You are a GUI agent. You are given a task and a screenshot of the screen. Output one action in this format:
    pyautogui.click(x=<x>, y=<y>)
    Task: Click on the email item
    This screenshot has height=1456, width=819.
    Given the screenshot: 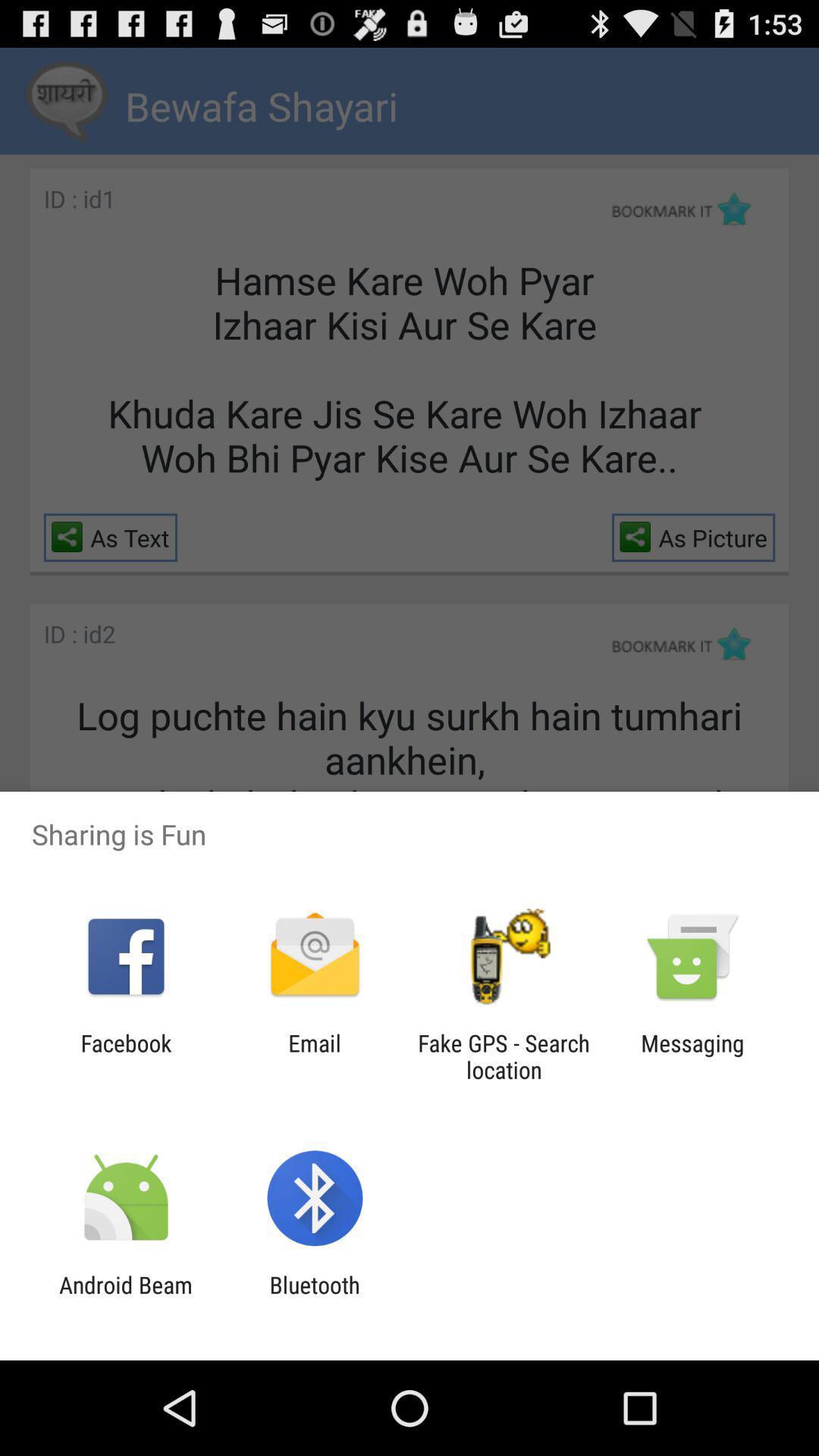 What is the action you would take?
    pyautogui.click(x=314, y=1056)
    